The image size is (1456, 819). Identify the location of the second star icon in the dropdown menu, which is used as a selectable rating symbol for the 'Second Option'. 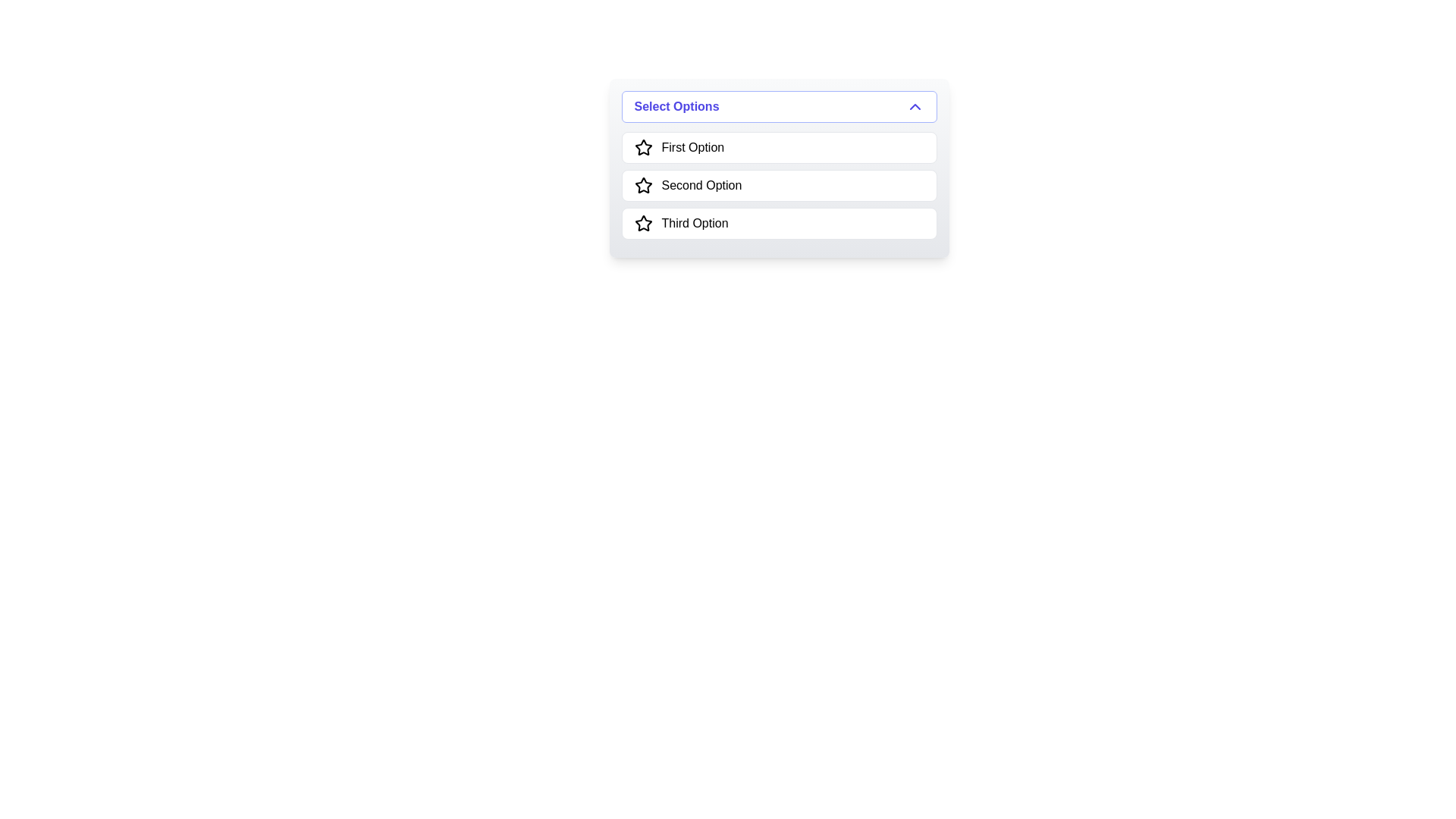
(643, 184).